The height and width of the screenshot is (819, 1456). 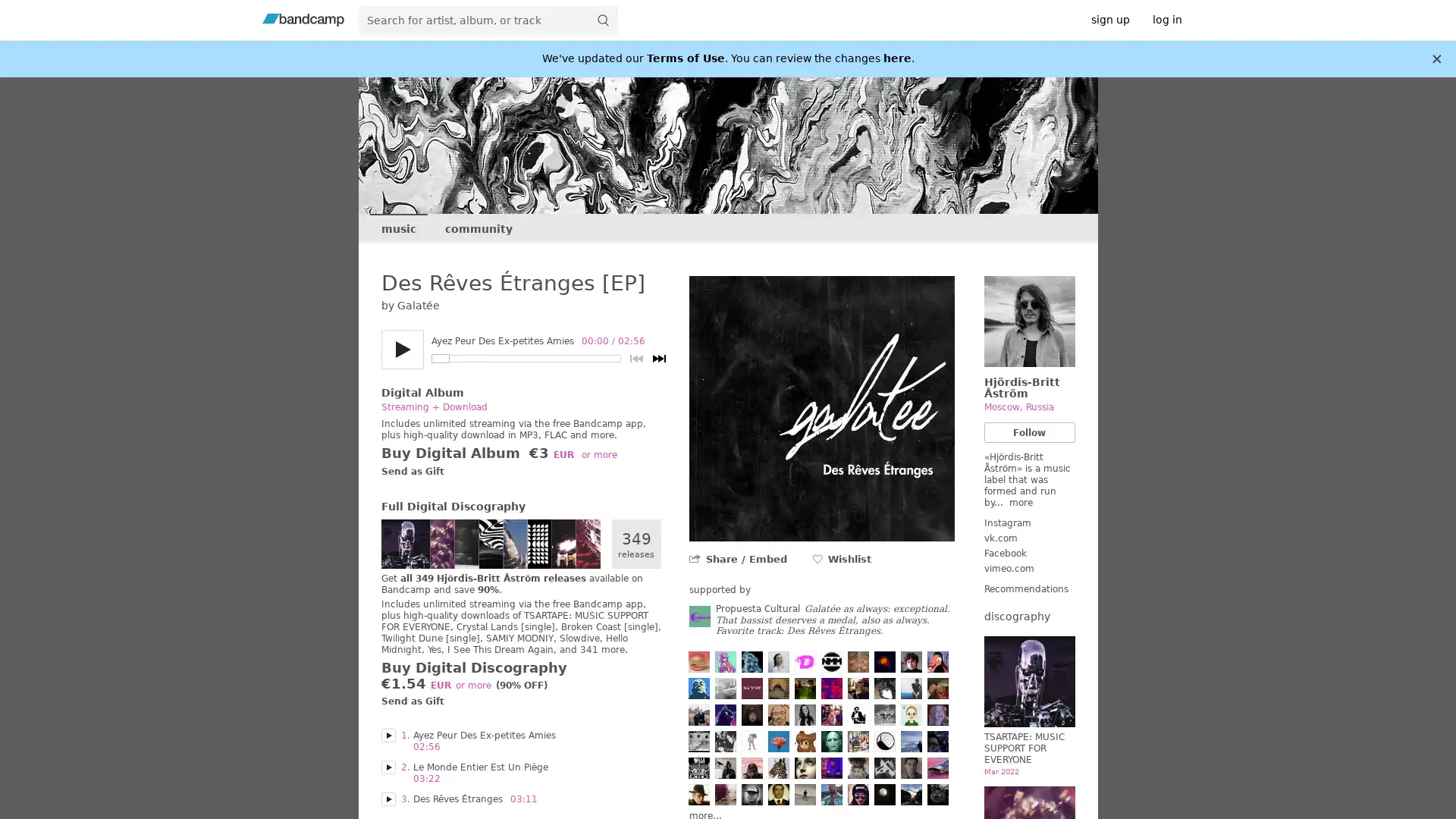 I want to click on Play Ayez Peur Des Ex-petites Amies, so click(x=388, y=733).